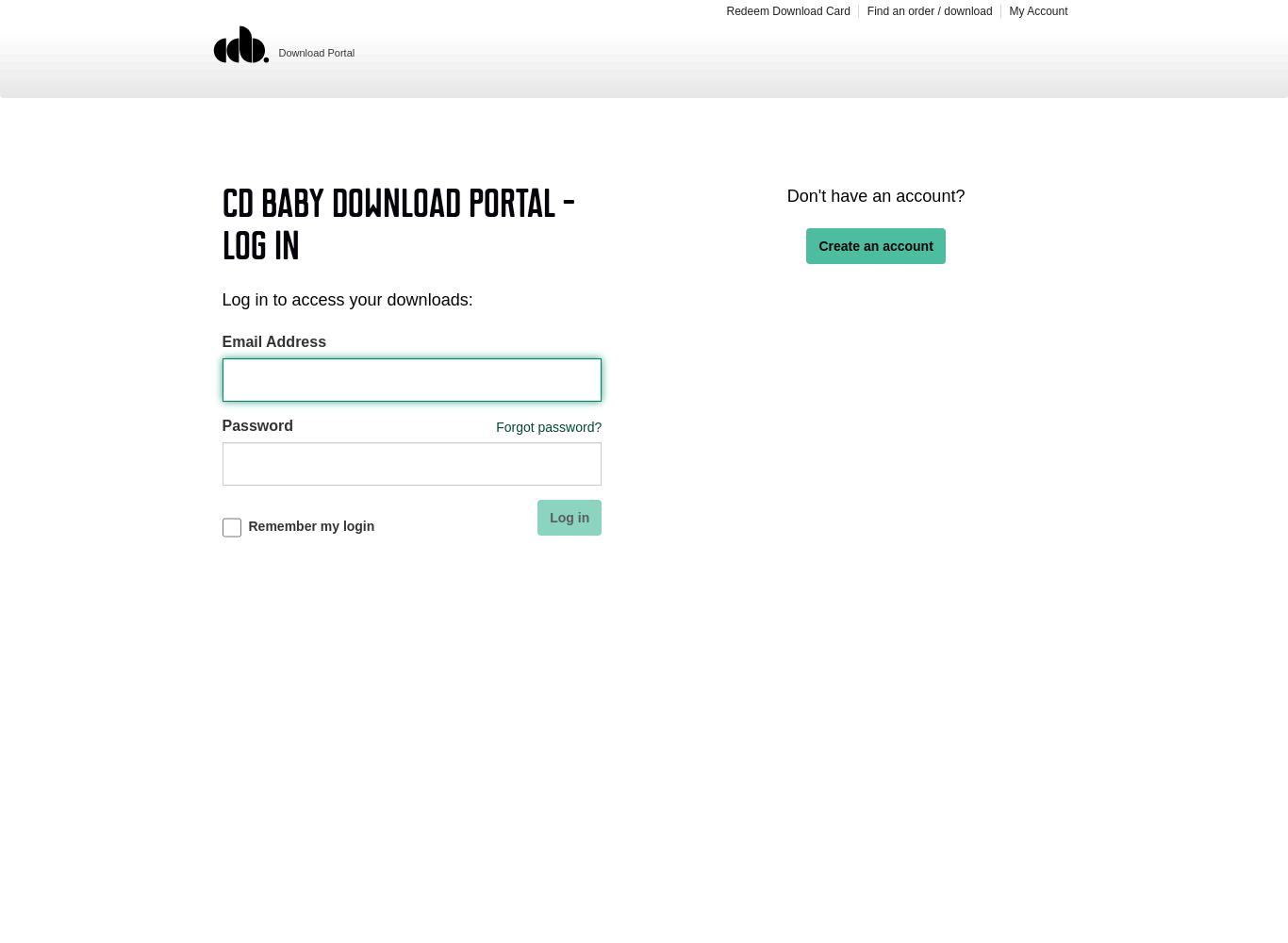 The image size is (1288, 943). What do you see at coordinates (784, 195) in the screenshot?
I see `'Don't have an account?'` at bounding box center [784, 195].